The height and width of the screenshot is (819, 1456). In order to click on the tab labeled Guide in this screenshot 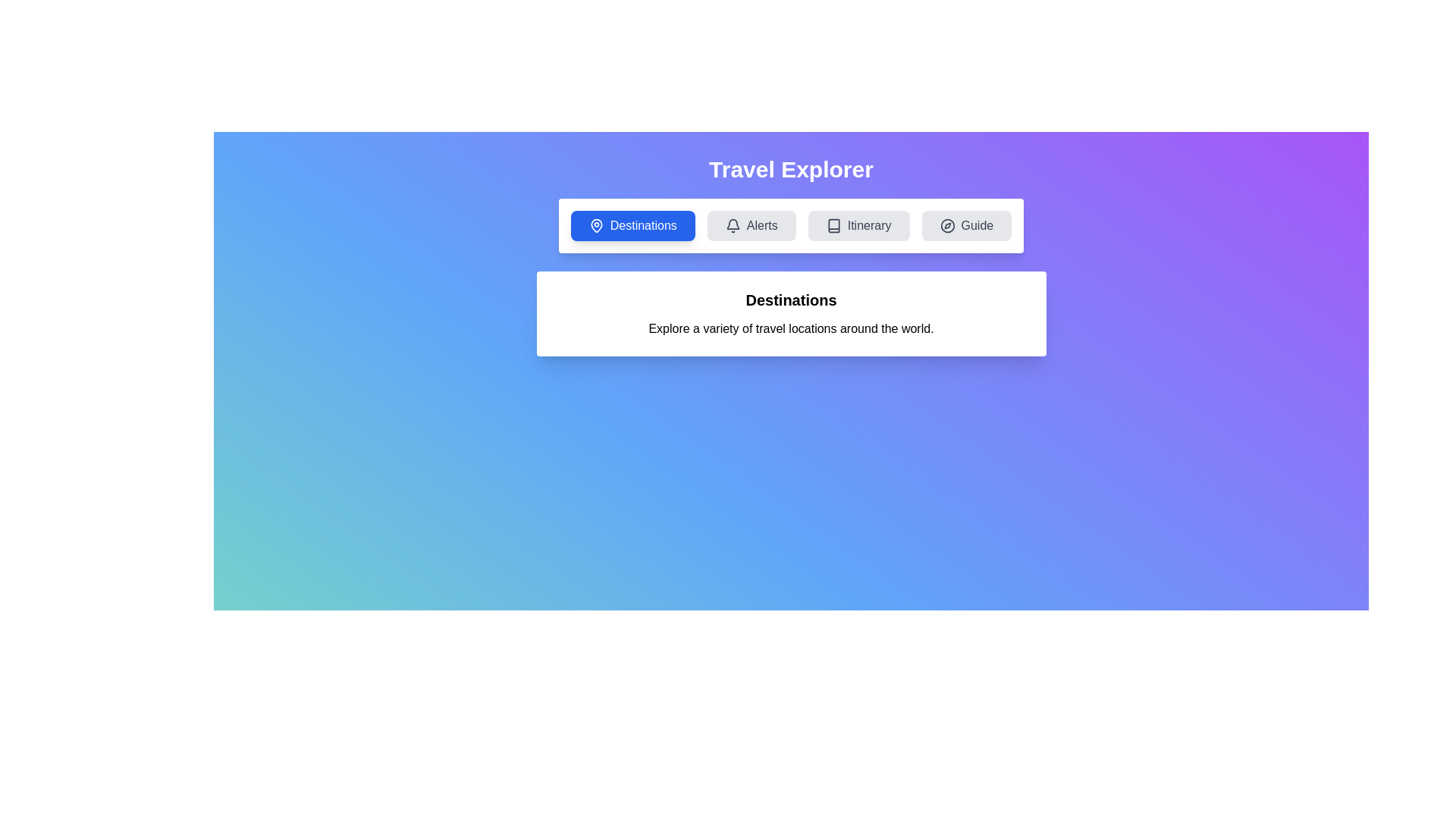, I will do `click(965, 225)`.